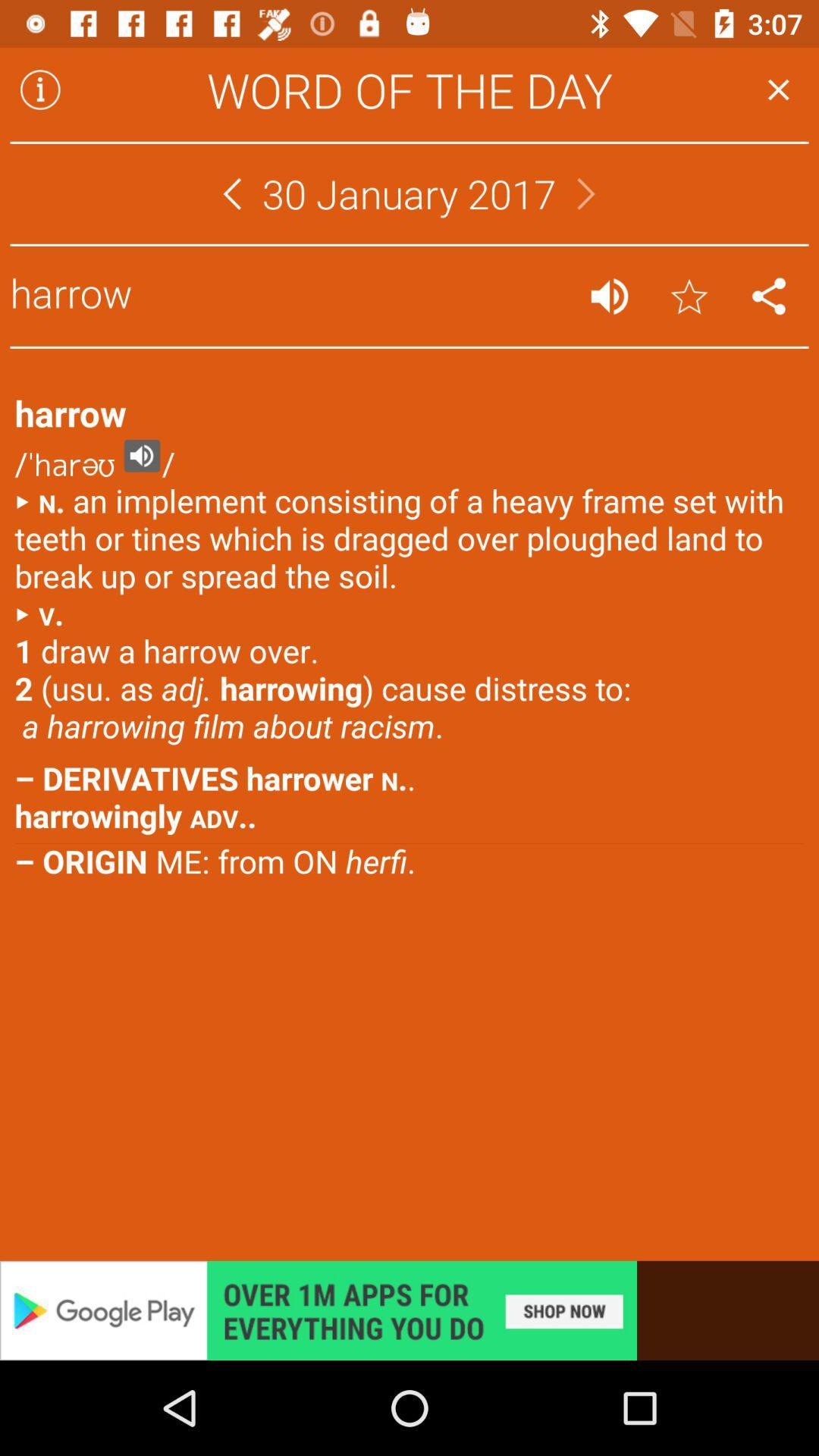 The height and width of the screenshot is (1456, 819). I want to click on go forward to the next month, so click(585, 193).